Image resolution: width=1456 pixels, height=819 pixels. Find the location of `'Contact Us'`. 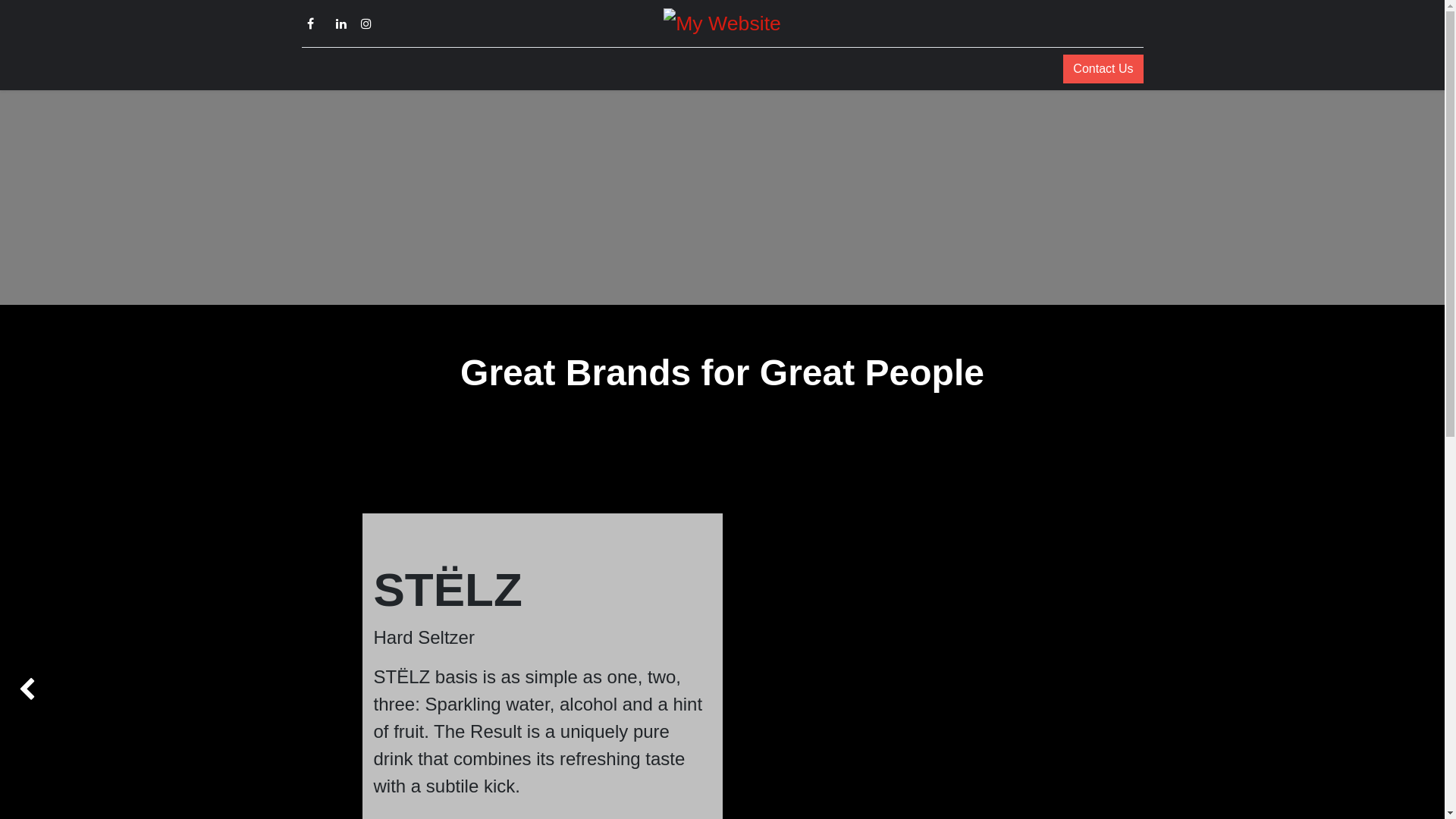

'Contact Us' is located at coordinates (1103, 69).